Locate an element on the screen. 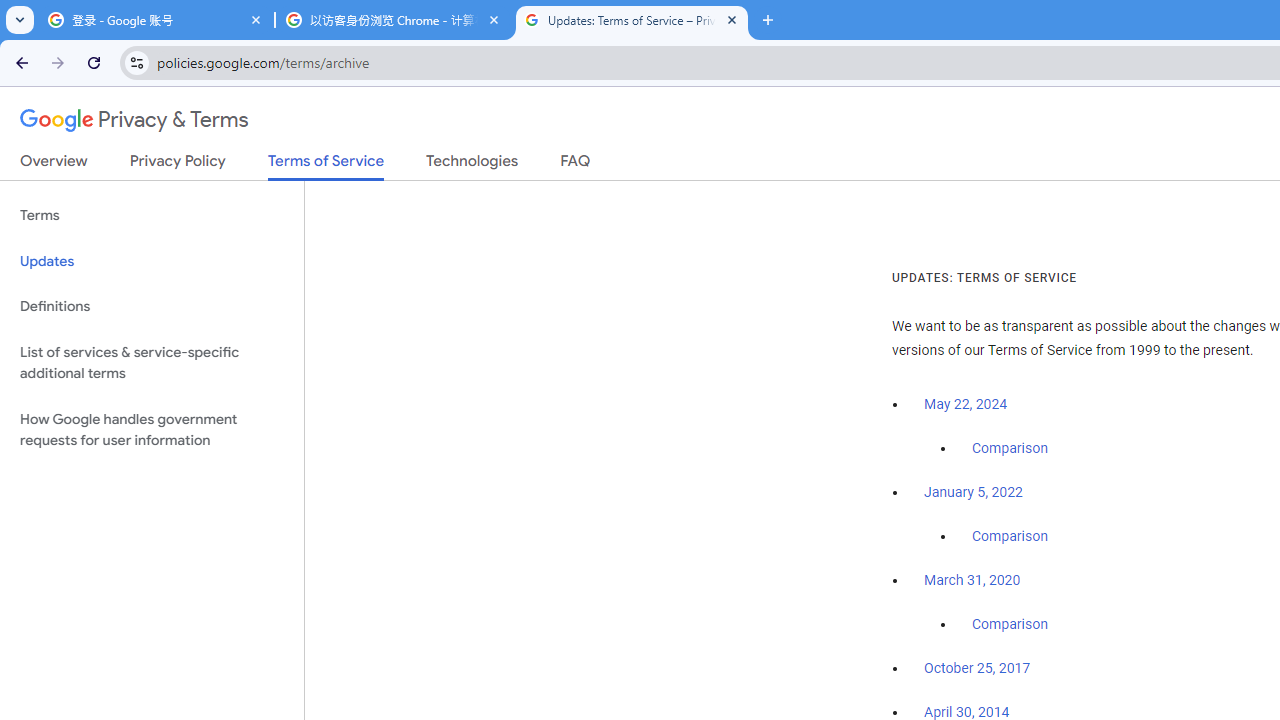 This screenshot has width=1280, height=720. 'October 25, 2017' is located at coordinates (977, 669).